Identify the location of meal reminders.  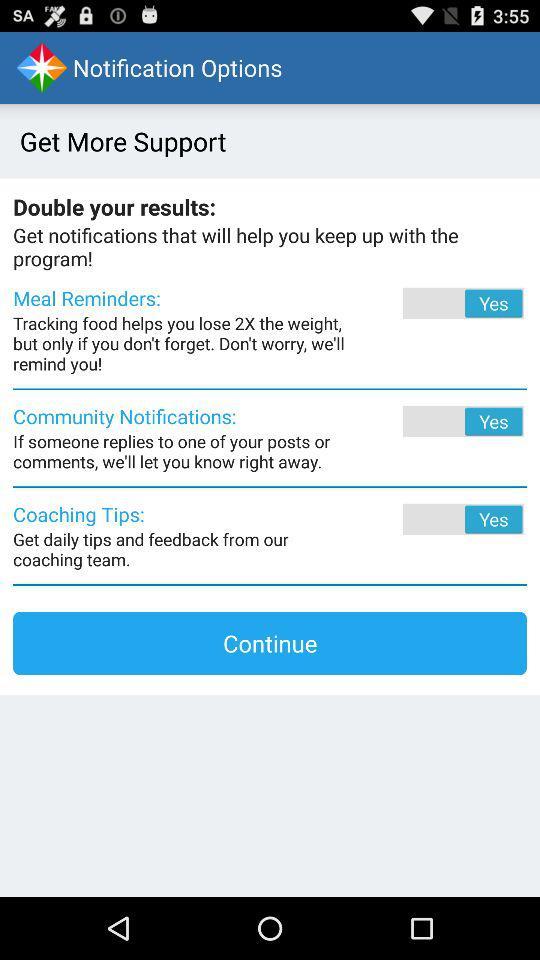
(435, 303).